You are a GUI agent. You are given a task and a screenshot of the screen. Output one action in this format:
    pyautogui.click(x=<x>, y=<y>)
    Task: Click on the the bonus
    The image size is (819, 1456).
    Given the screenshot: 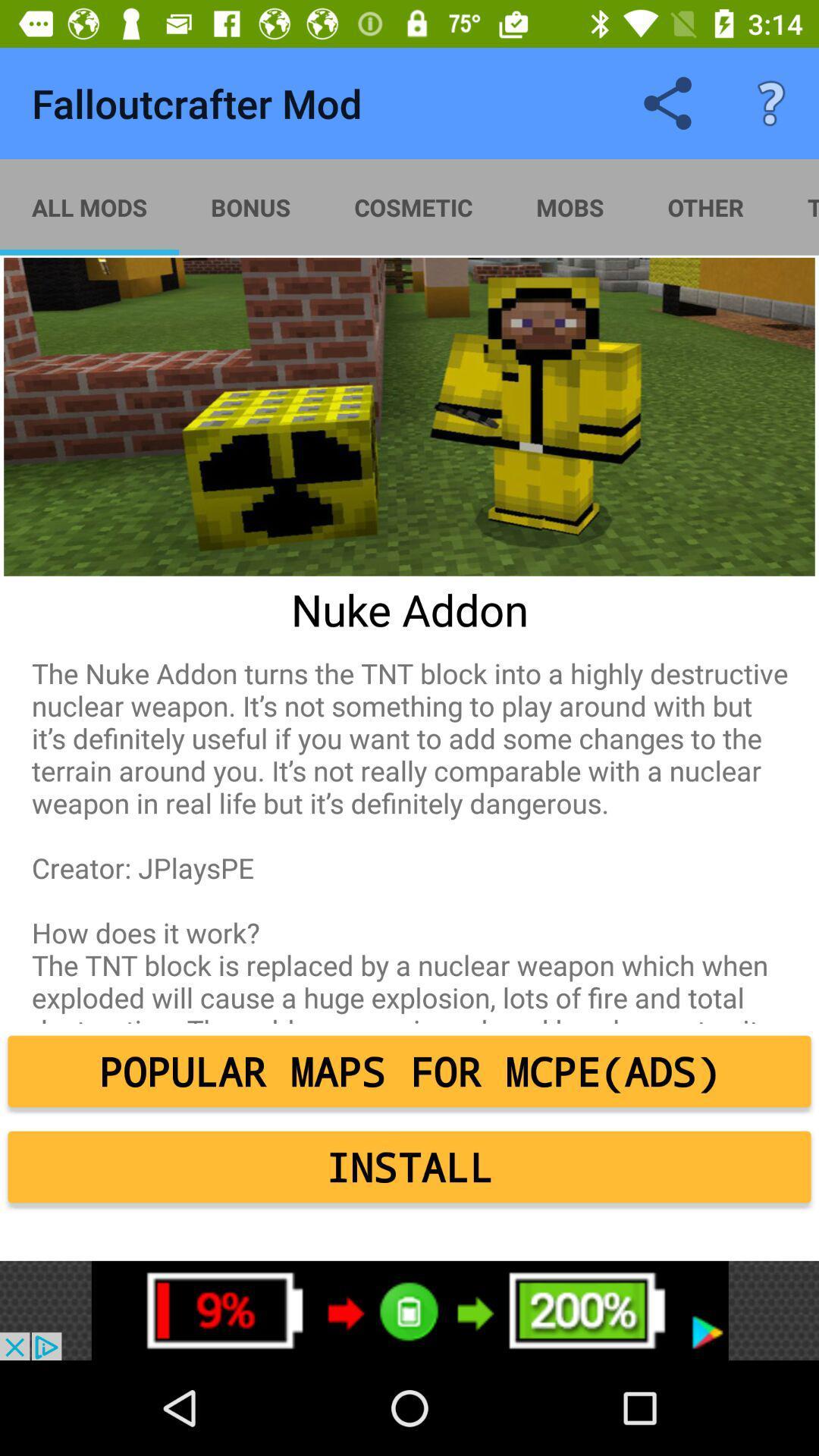 What is the action you would take?
    pyautogui.click(x=249, y=206)
    